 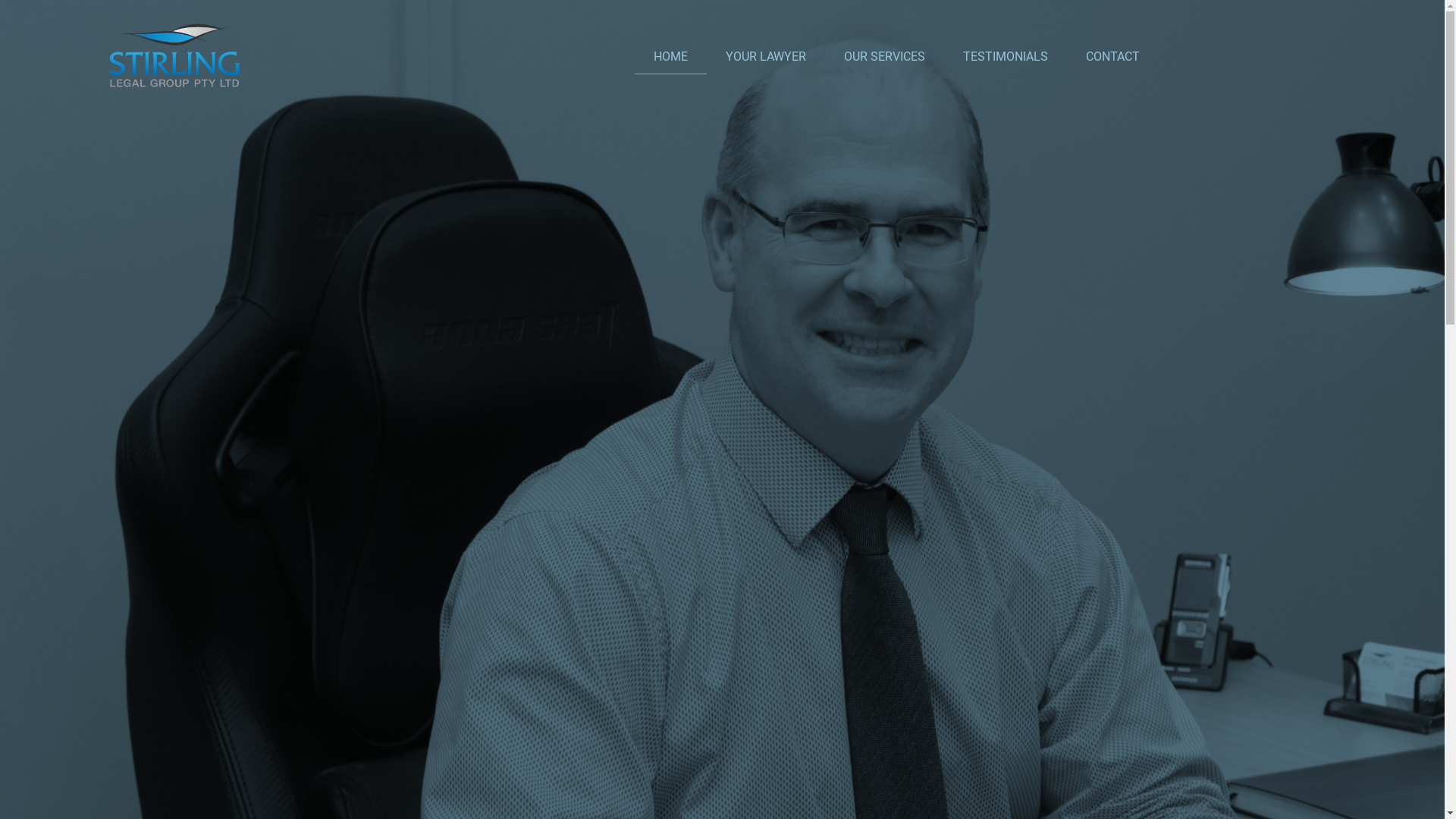 I want to click on 'CONTACT', so click(x=1112, y=55).